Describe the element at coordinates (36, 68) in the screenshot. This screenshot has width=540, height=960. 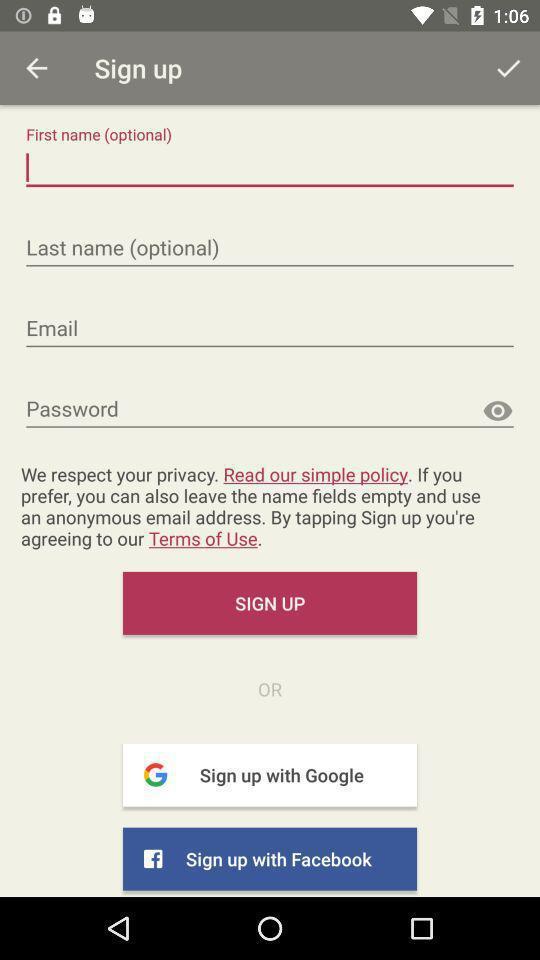
I see `prvious` at that location.